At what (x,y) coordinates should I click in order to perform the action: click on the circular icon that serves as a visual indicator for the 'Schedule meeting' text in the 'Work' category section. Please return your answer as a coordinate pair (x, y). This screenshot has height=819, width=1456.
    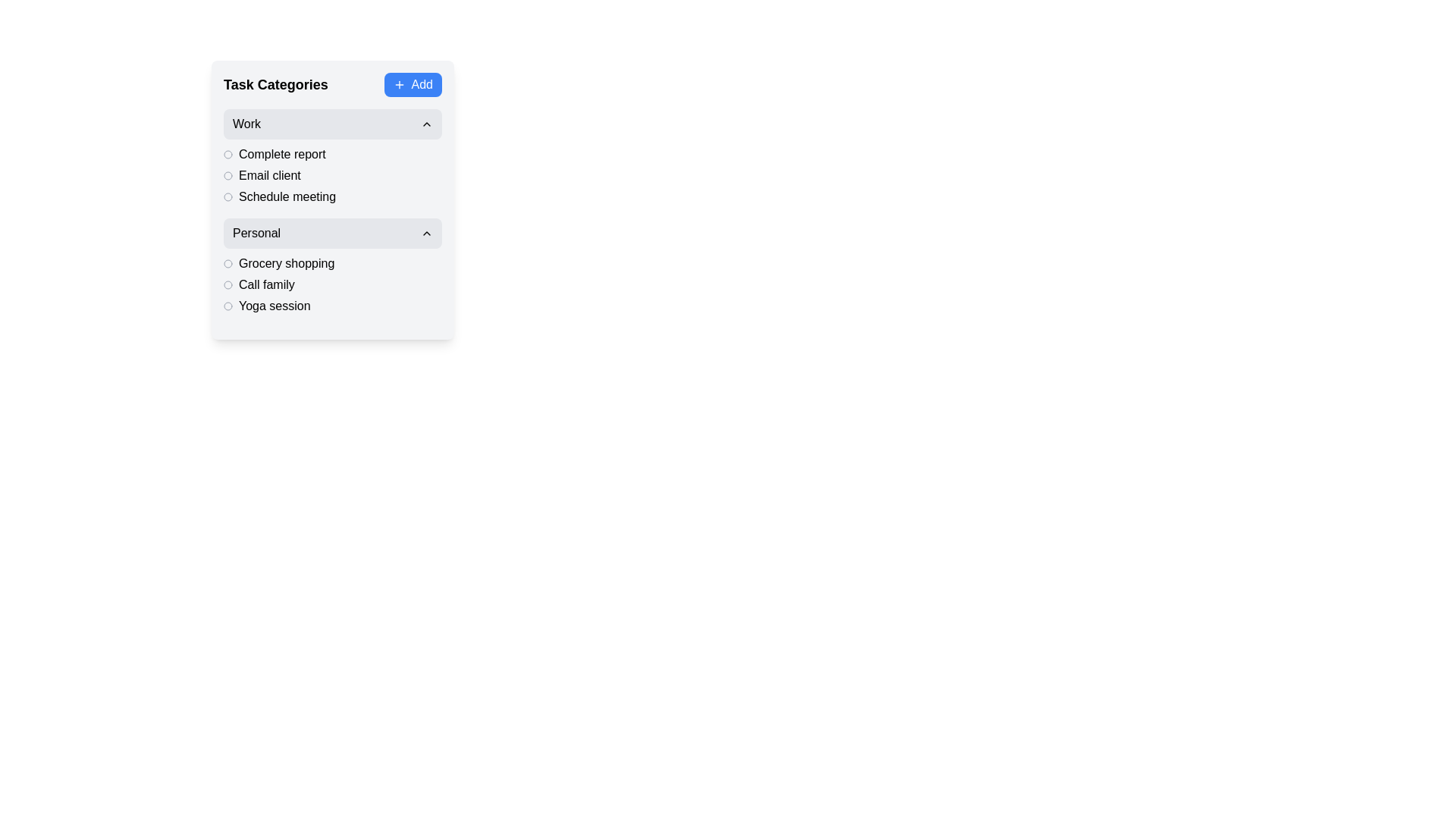
    Looking at the image, I should click on (227, 196).